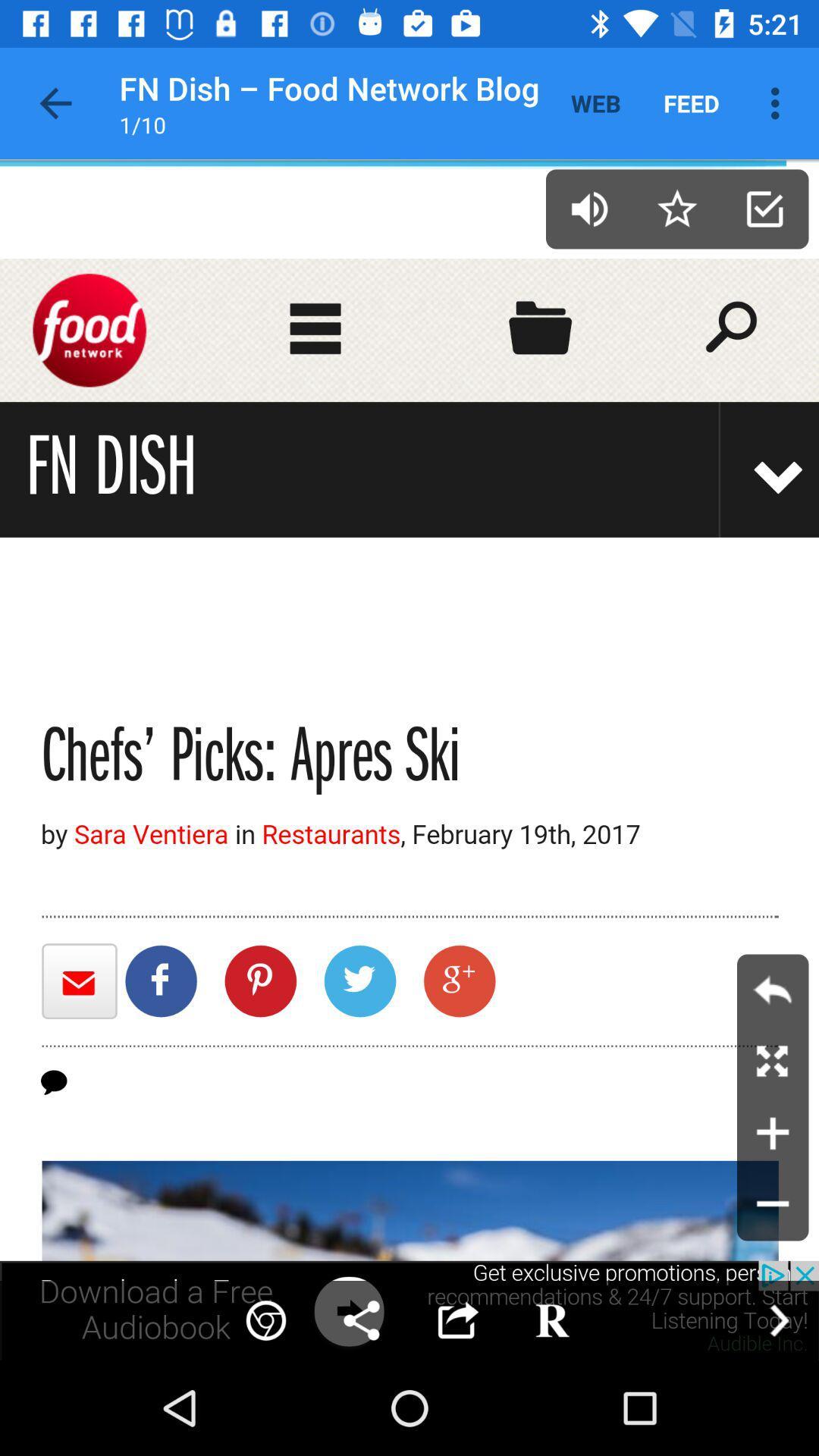 The width and height of the screenshot is (819, 1456). Describe the element at coordinates (588, 208) in the screenshot. I see `the volume icon` at that location.